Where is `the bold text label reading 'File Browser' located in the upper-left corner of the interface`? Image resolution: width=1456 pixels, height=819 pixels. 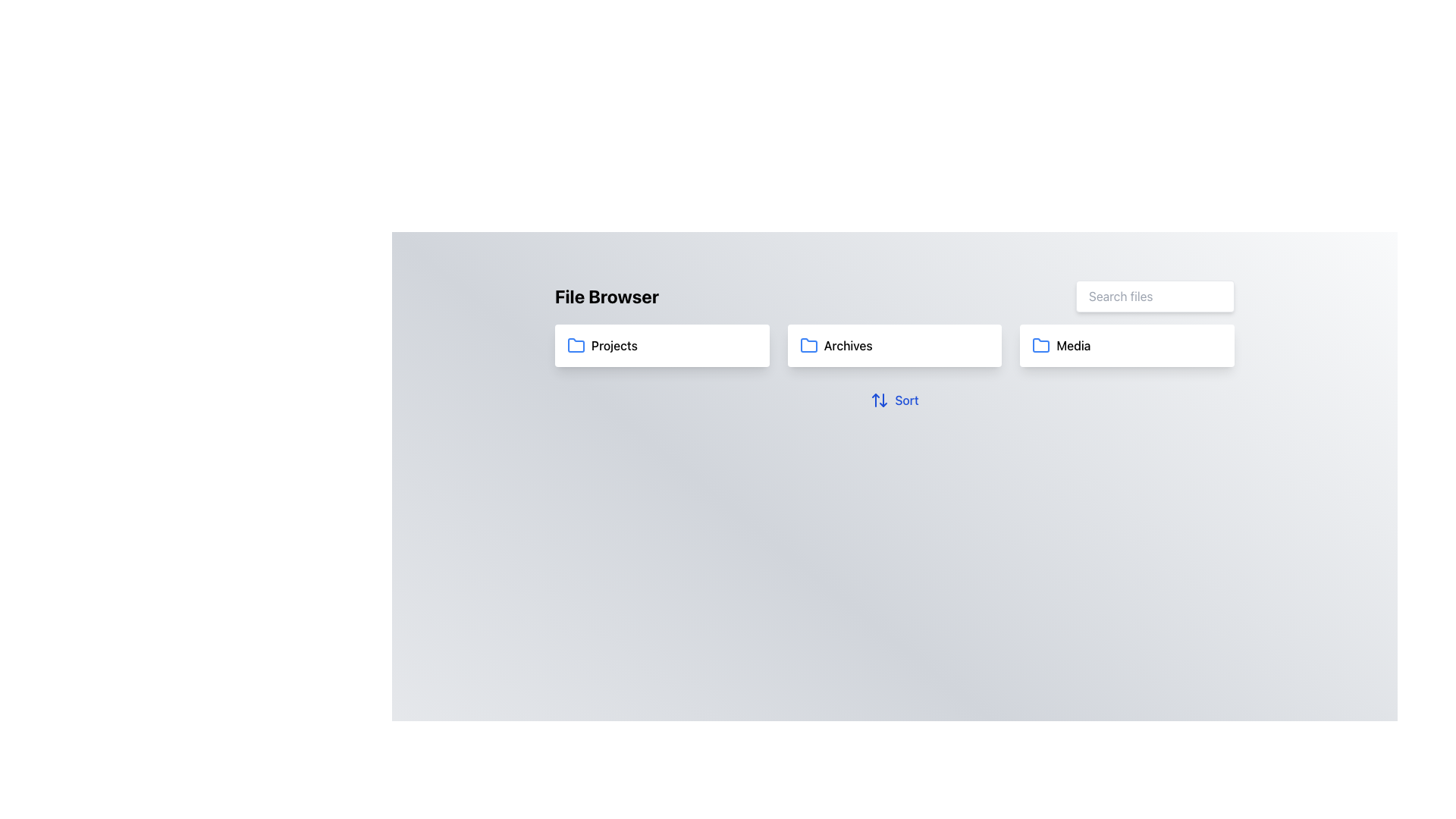
the bold text label reading 'File Browser' located in the upper-left corner of the interface is located at coordinates (607, 296).